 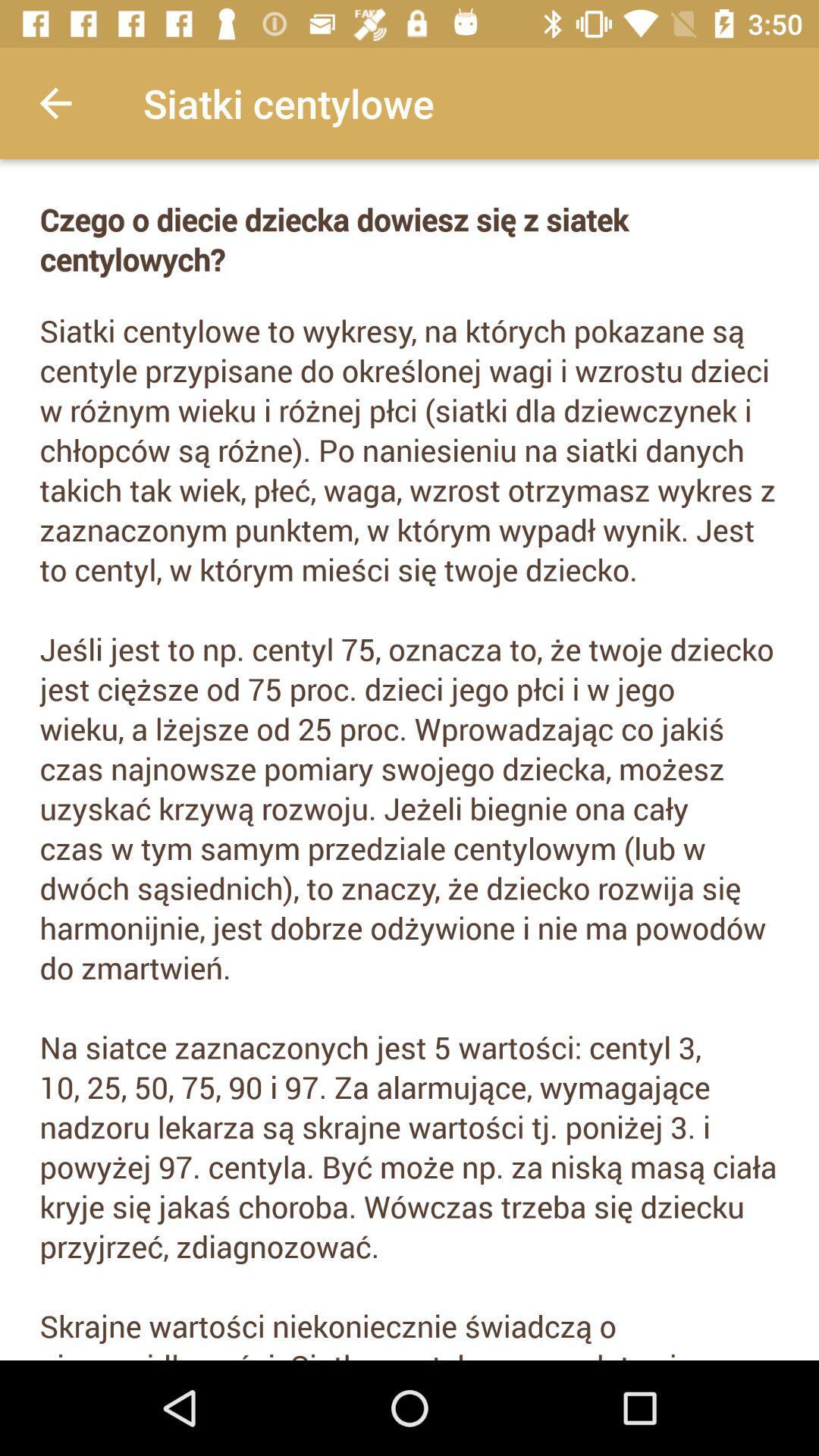 I want to click on the app to the left of the siatki centylowe app, so click(x=55, y=102).